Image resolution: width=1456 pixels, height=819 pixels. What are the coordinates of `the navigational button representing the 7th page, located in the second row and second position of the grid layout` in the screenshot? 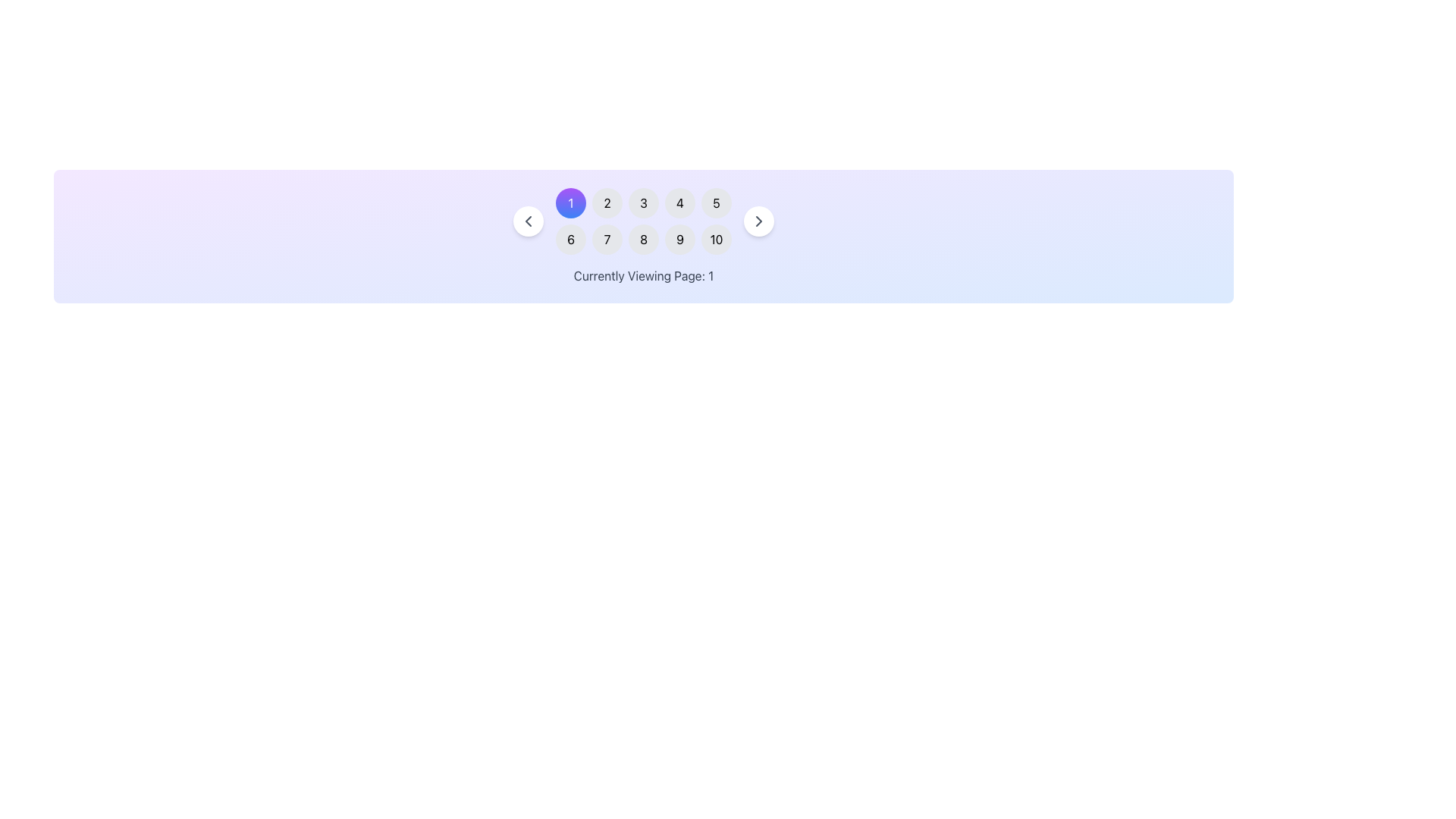 It's located at (607, 239).